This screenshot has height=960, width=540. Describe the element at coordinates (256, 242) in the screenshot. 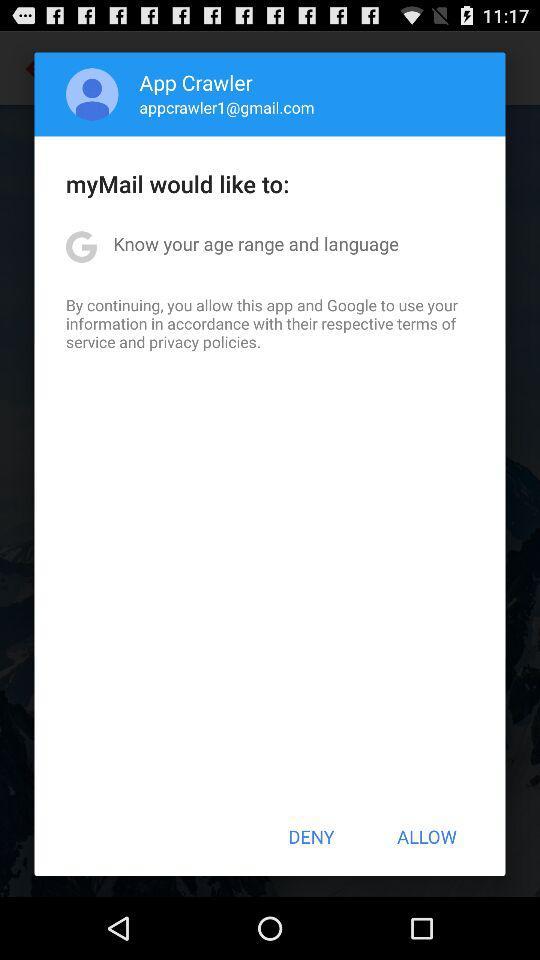

I see `know your age item` at that location.